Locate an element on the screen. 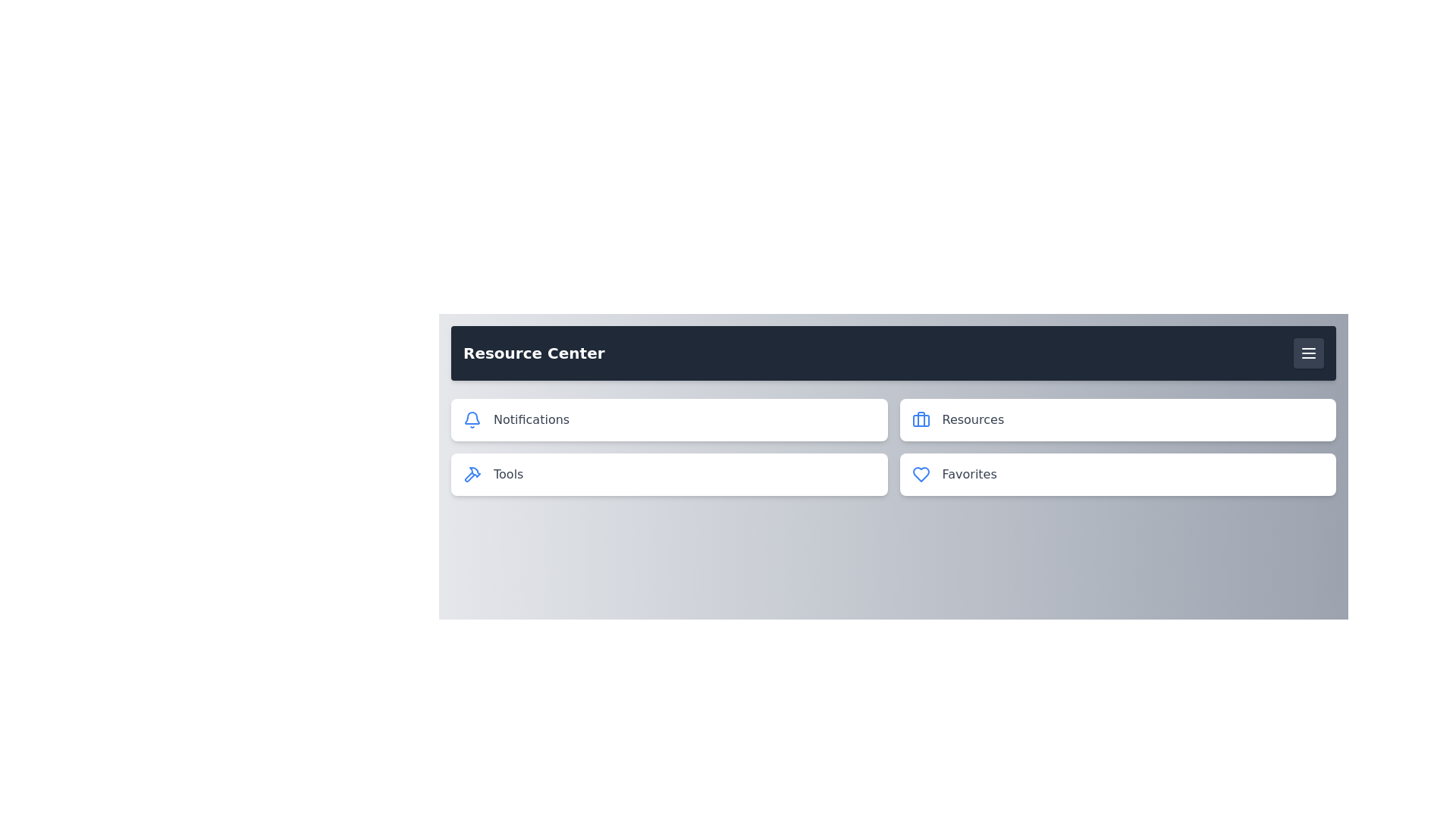 Image resolution: width=1456 pixels, height=819 pixels. the Tools menu item is located at coordinates (668, 473).